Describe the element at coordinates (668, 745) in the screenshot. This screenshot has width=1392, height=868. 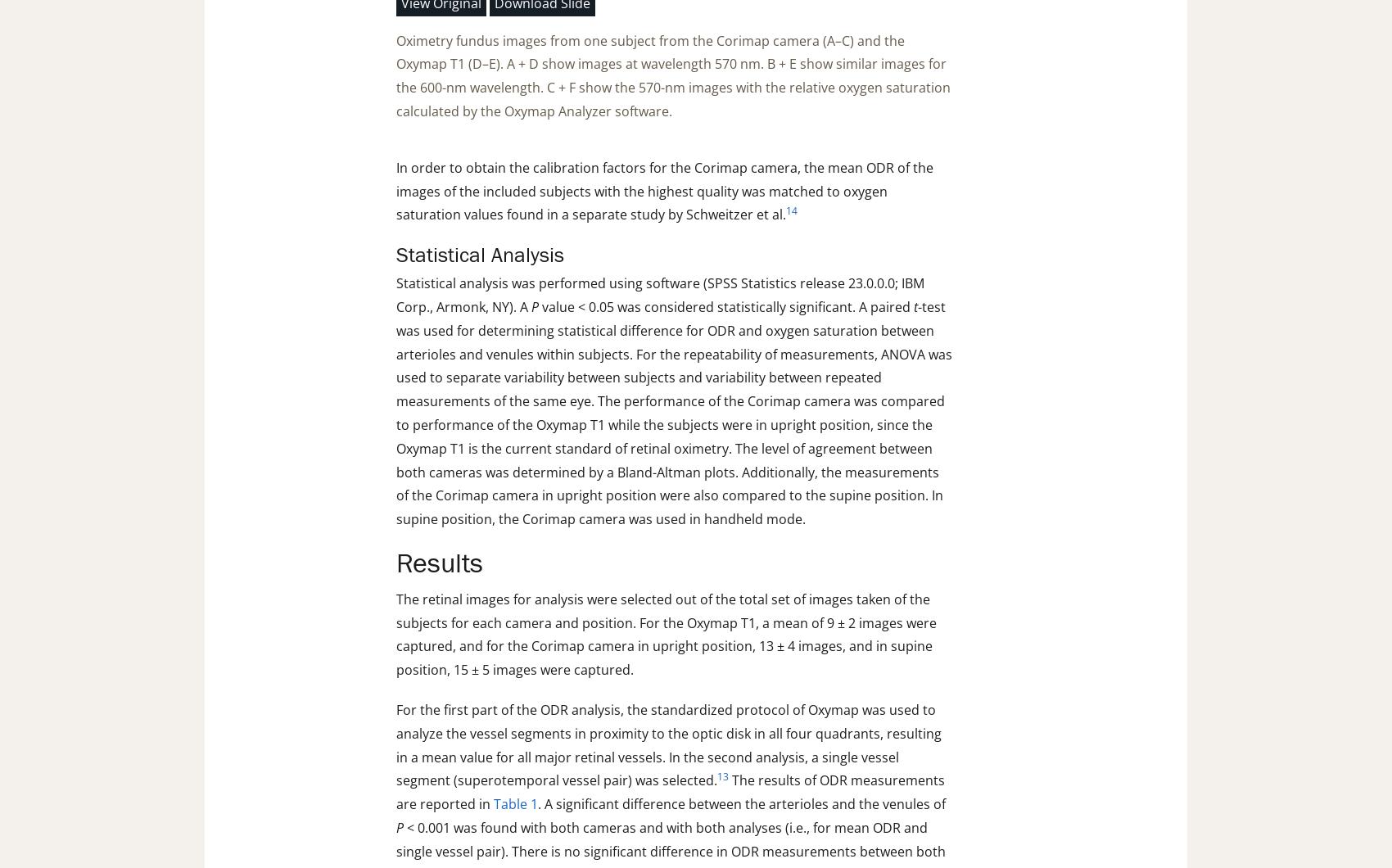
I see `'For the first part of the ODR analysis, the standardized protocol of Oxymap was used to analyze the vessel segments in proximity to the optic disk in all four quadrants, resulting in a mean value for all major retinal vessels. In the second analysis, a single vessel segment (superotemporal vessel pair) was selected.'` at that location.